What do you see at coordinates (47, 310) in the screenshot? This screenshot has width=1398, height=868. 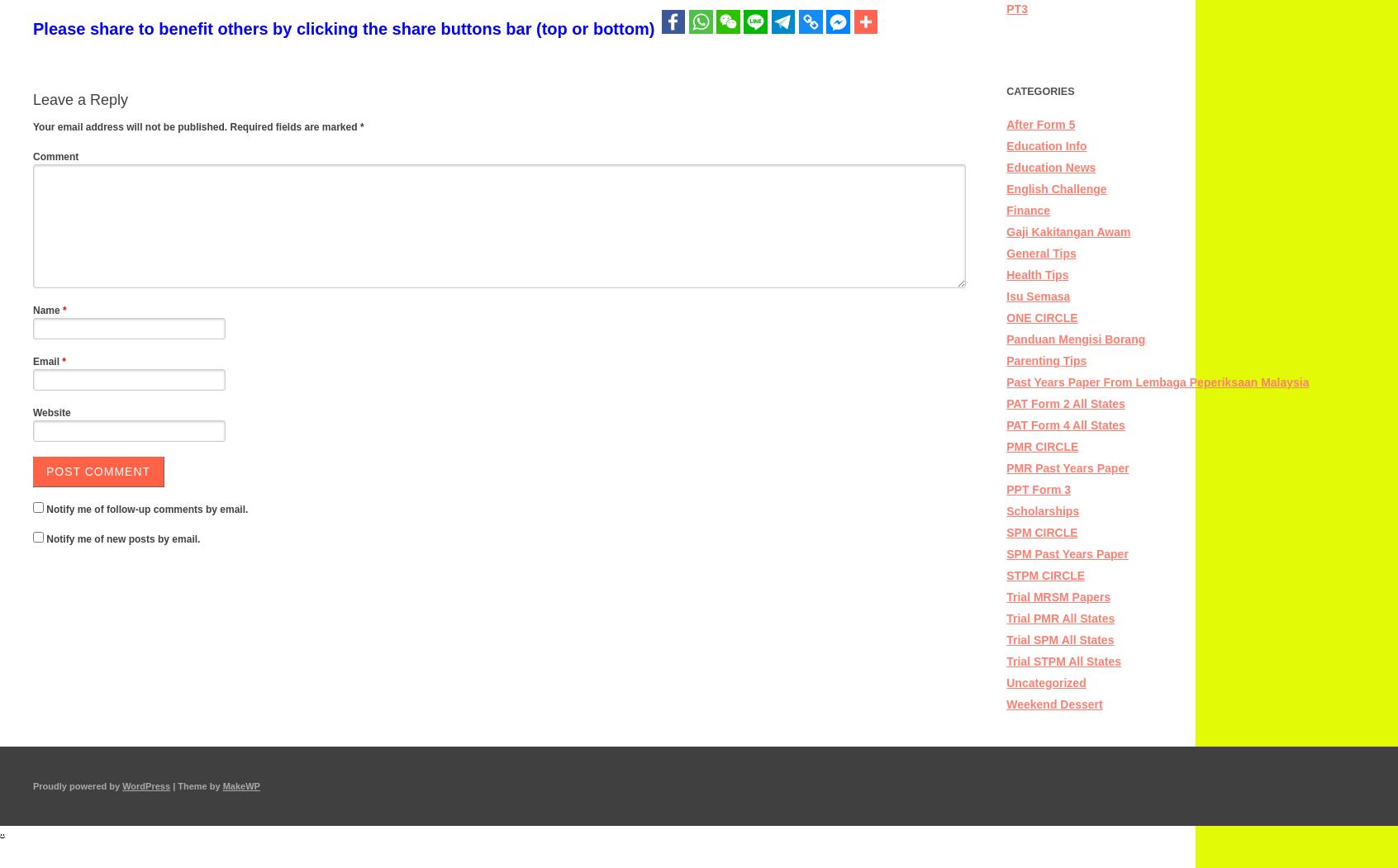 I see `'Name'` at bounding box center [47, 310].